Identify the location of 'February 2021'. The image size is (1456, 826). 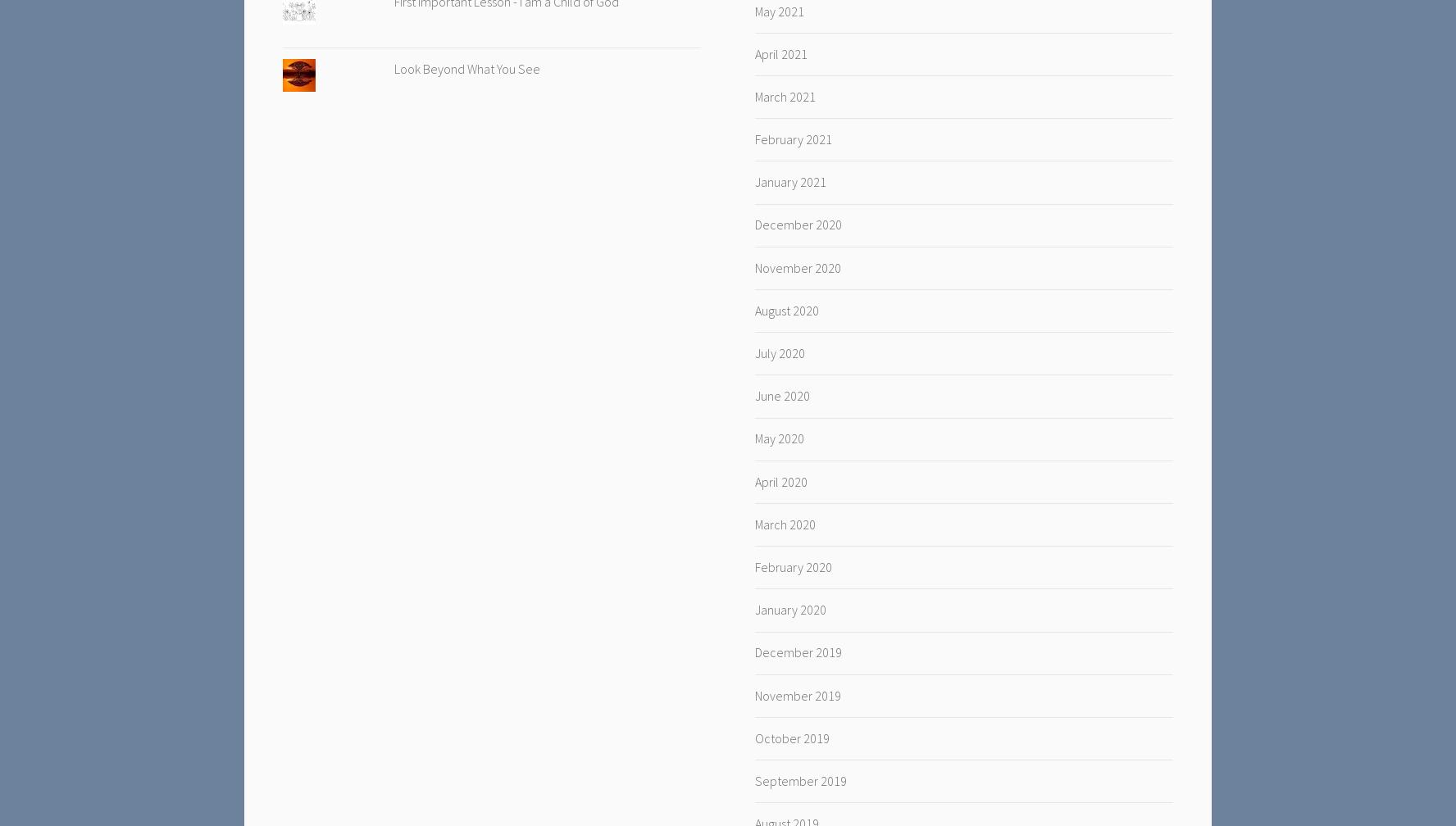
(793, 139).